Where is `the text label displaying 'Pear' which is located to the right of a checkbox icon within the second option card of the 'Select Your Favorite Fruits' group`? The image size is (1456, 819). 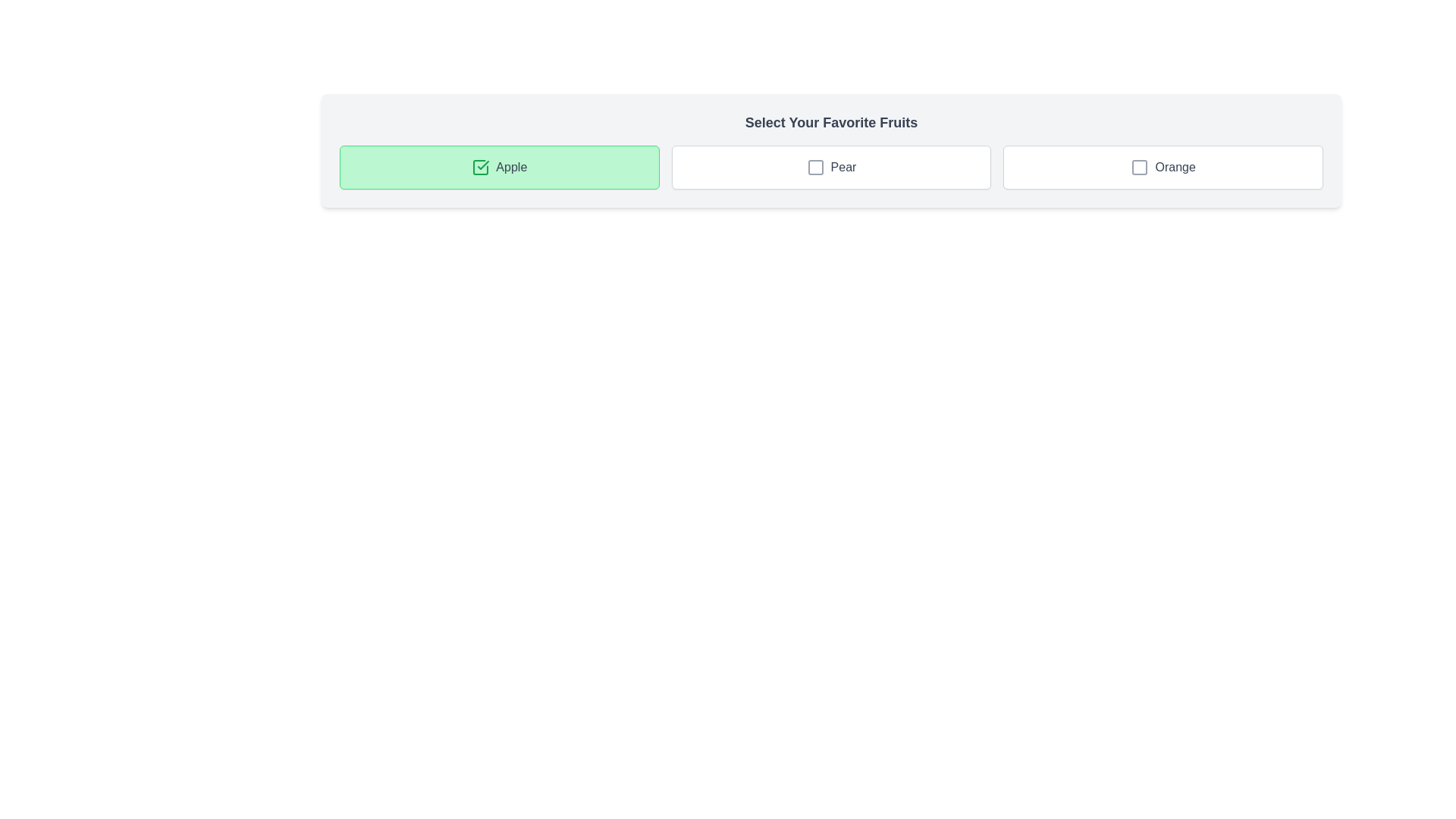
the text label displaying 'Pear' which is located to the right of a checkbox icon within the second option card of the 'Select Your Favorite Fruits' group is located at coordinates (843, 167).